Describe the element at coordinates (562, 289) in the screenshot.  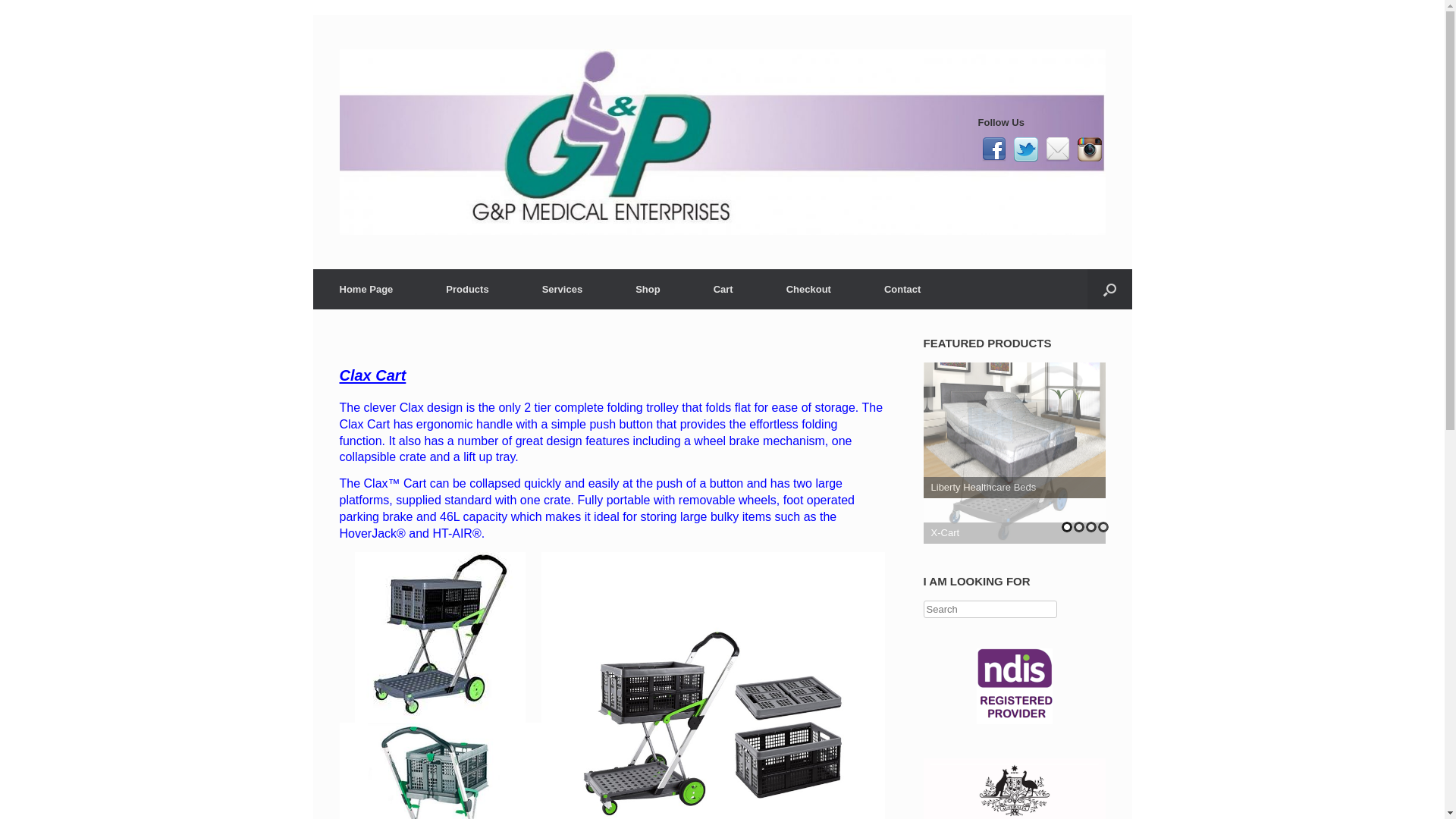
I see `'Services'` at that location.